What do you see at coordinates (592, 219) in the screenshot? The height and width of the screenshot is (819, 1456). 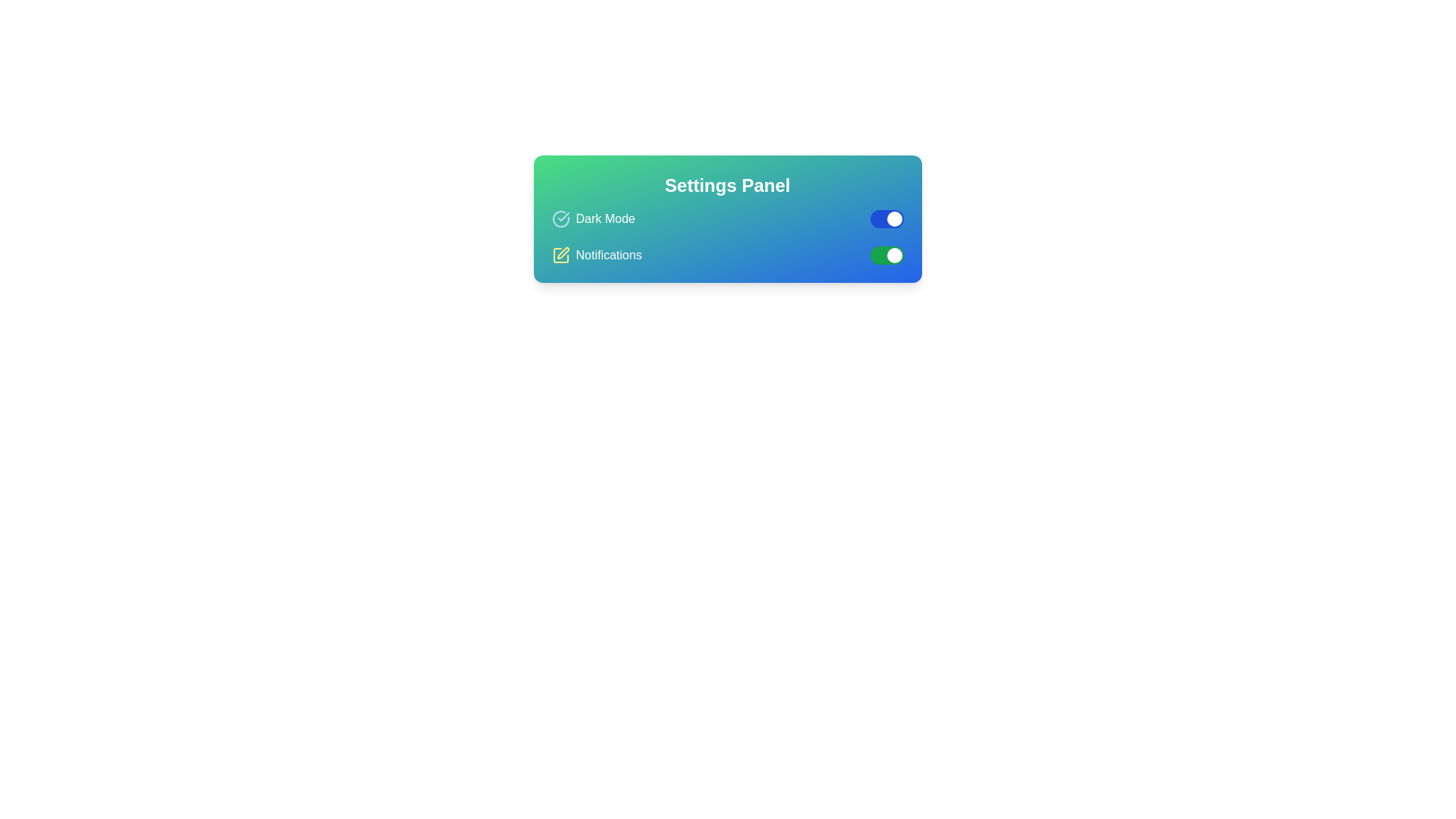 I see `the 'Dark Mode' element, which consists of a blue-tinted verified circle icon with a checkmark and bold text, located at the top-left corner of the settings panel` at bounding box center [592, 219].